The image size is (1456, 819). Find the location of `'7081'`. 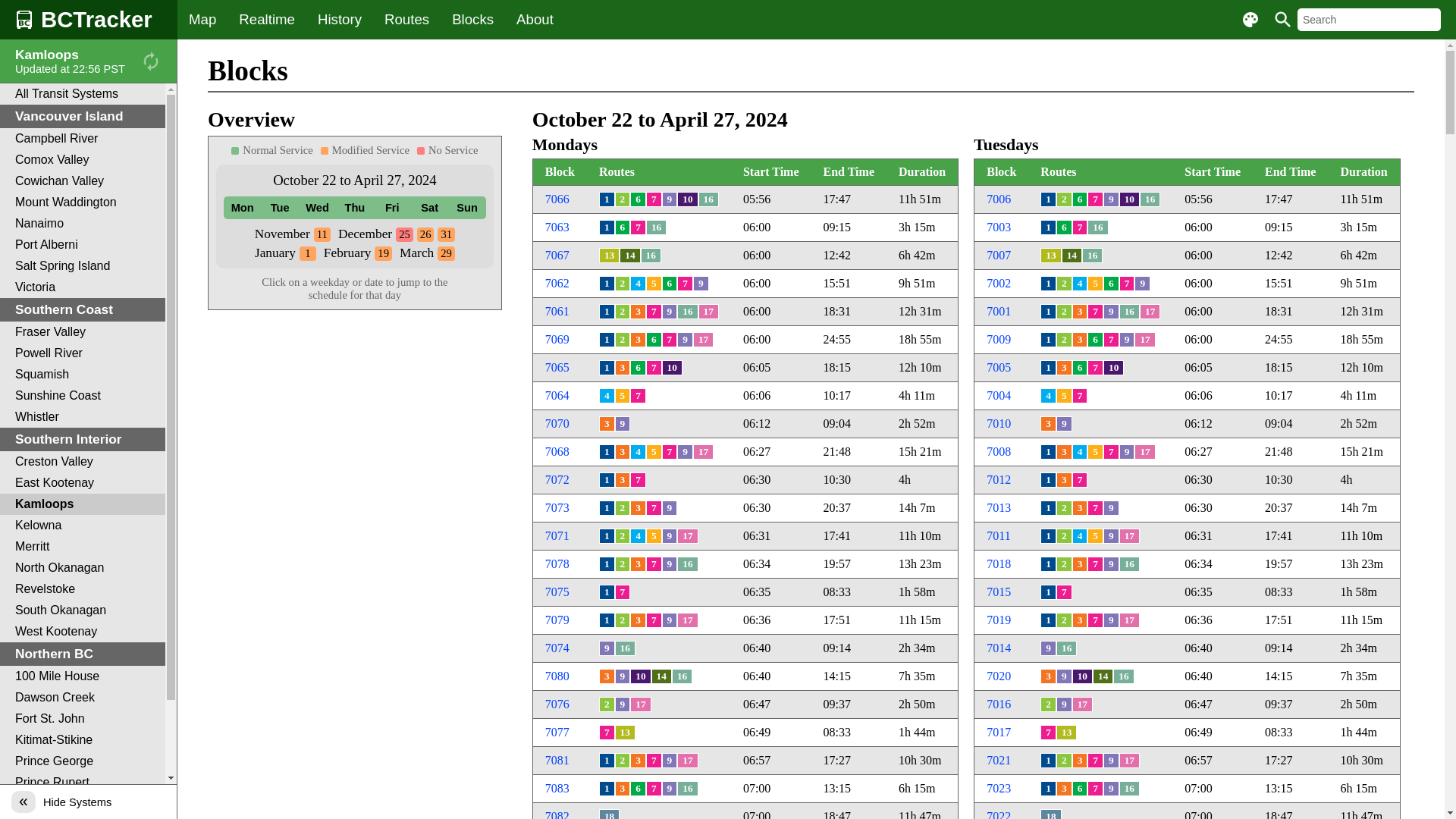

'7081' is located at coordinates (556, 760).